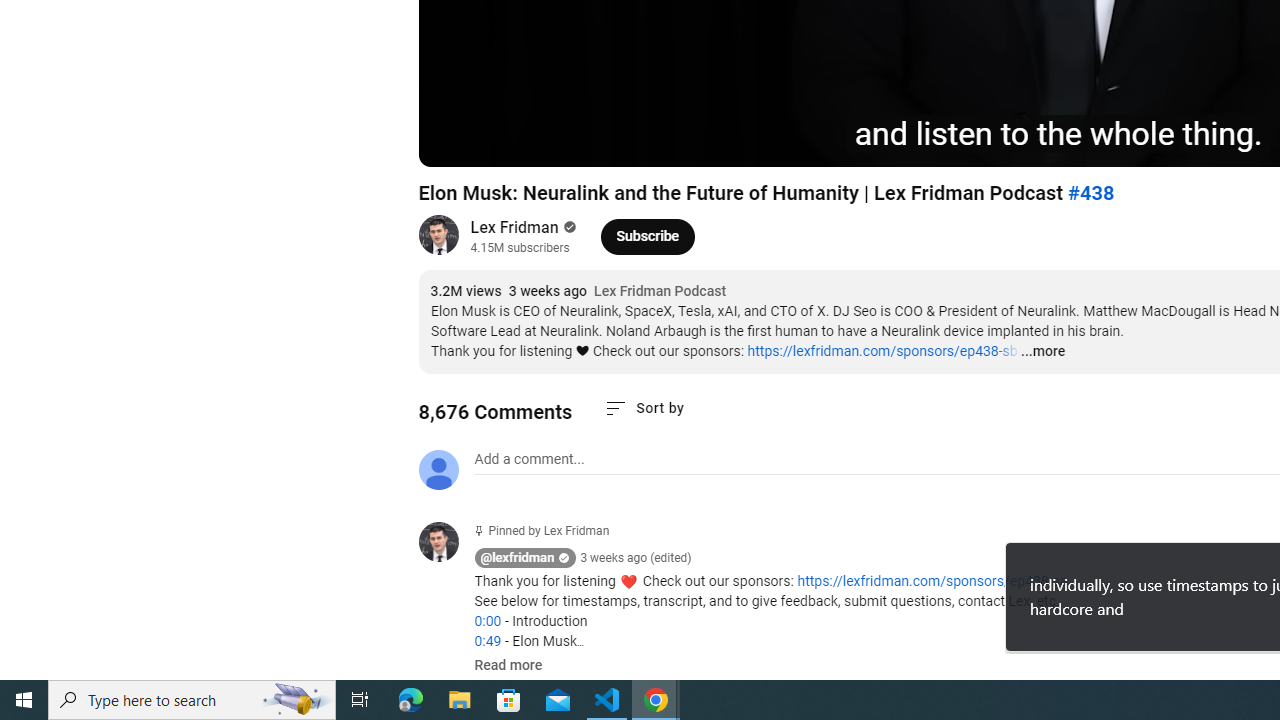 Image resolution: width=1280 pixels, height=720 pixels. Describe the element at coordinates (487, 620) in the screenshot. I see `'0:00'` at that location.